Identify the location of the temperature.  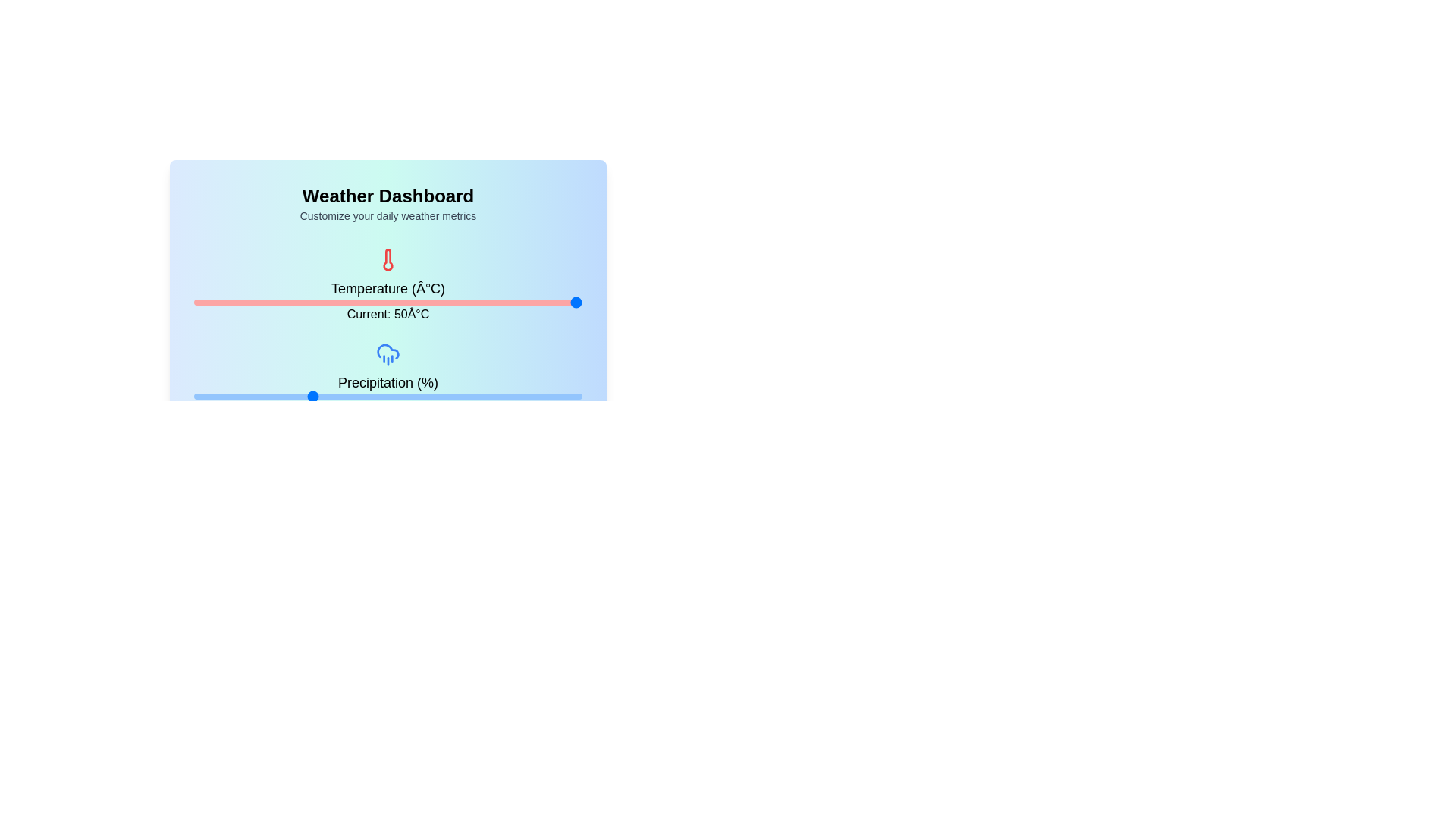
(304, 302).